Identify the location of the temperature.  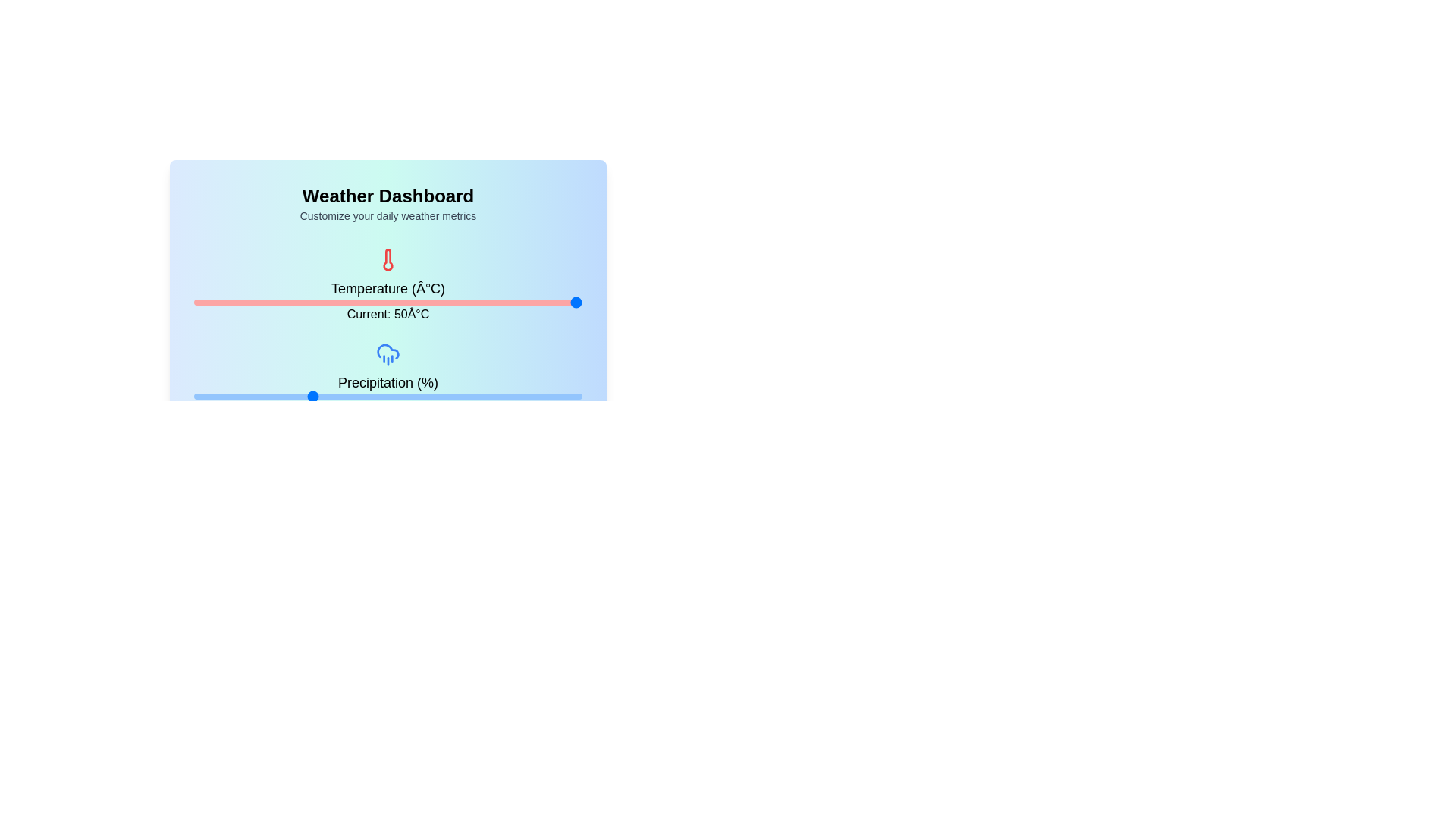
(304, 302).